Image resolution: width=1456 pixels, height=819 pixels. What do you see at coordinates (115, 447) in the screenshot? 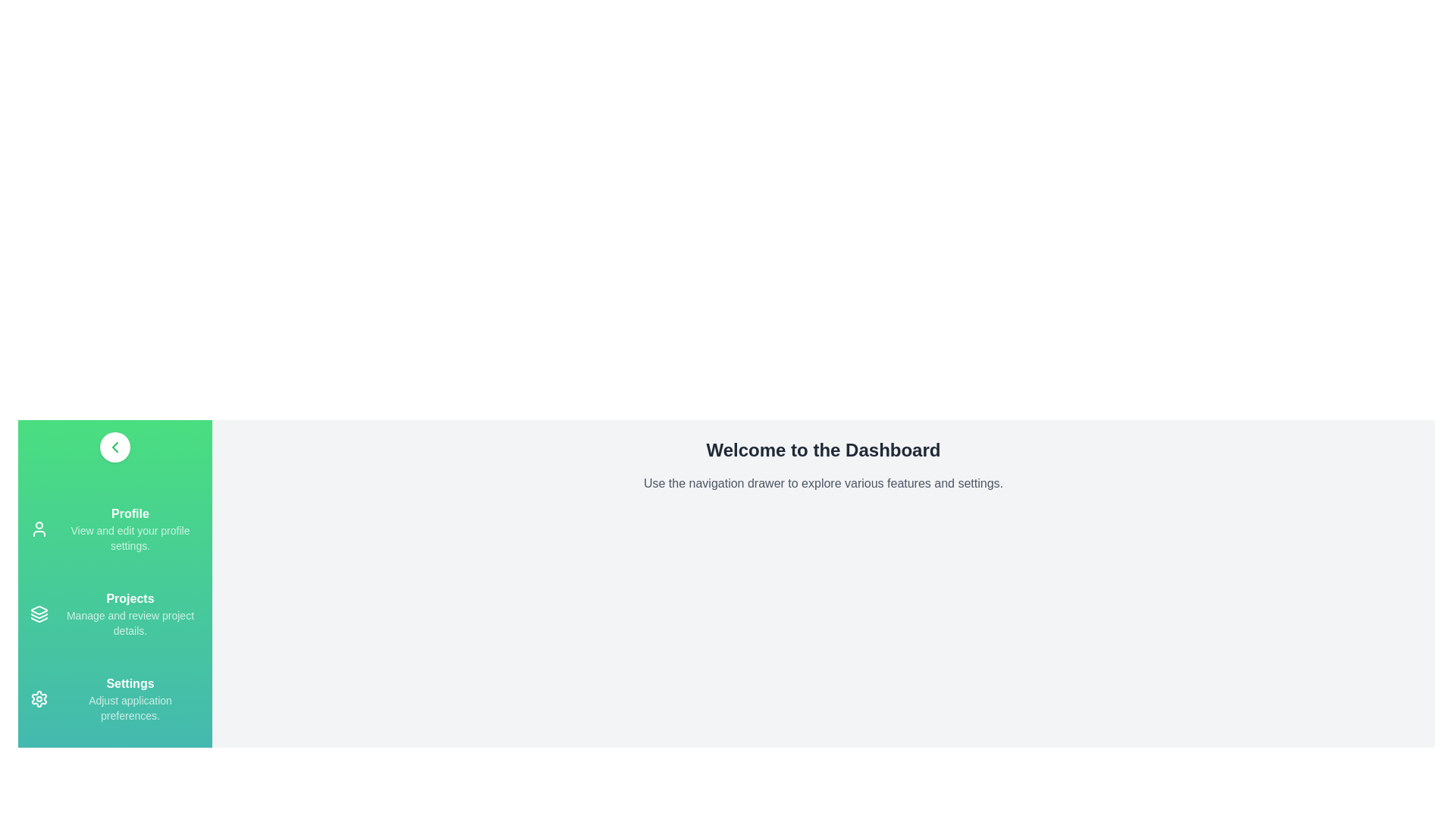
I see `the navigation drawer toggle button to toggle the drawer state` at bounding box center [115, 447].